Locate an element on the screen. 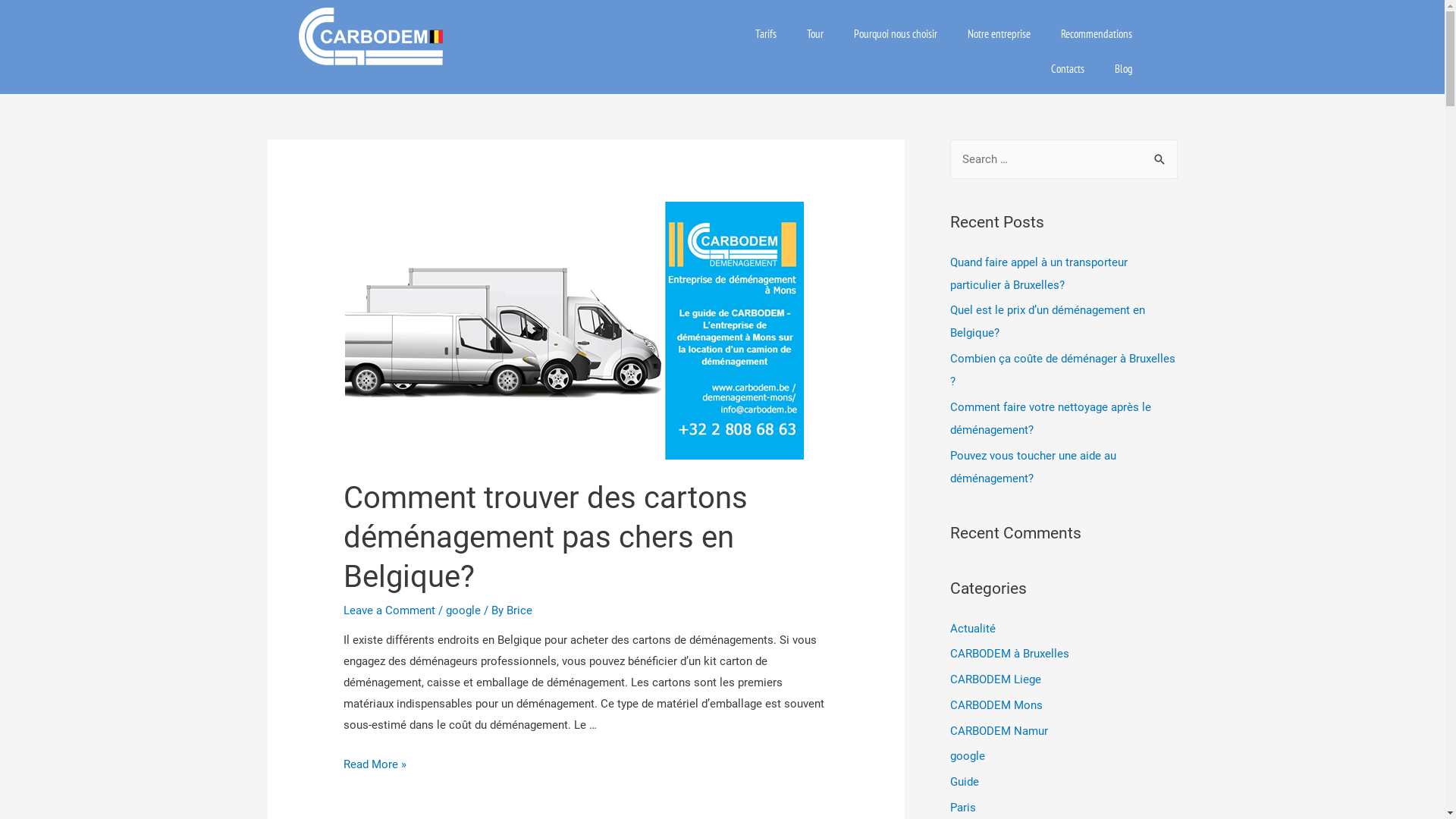 The image size is (1456, 819). 'Pourquoi nous choisir' is located at coordinates (895, 34).